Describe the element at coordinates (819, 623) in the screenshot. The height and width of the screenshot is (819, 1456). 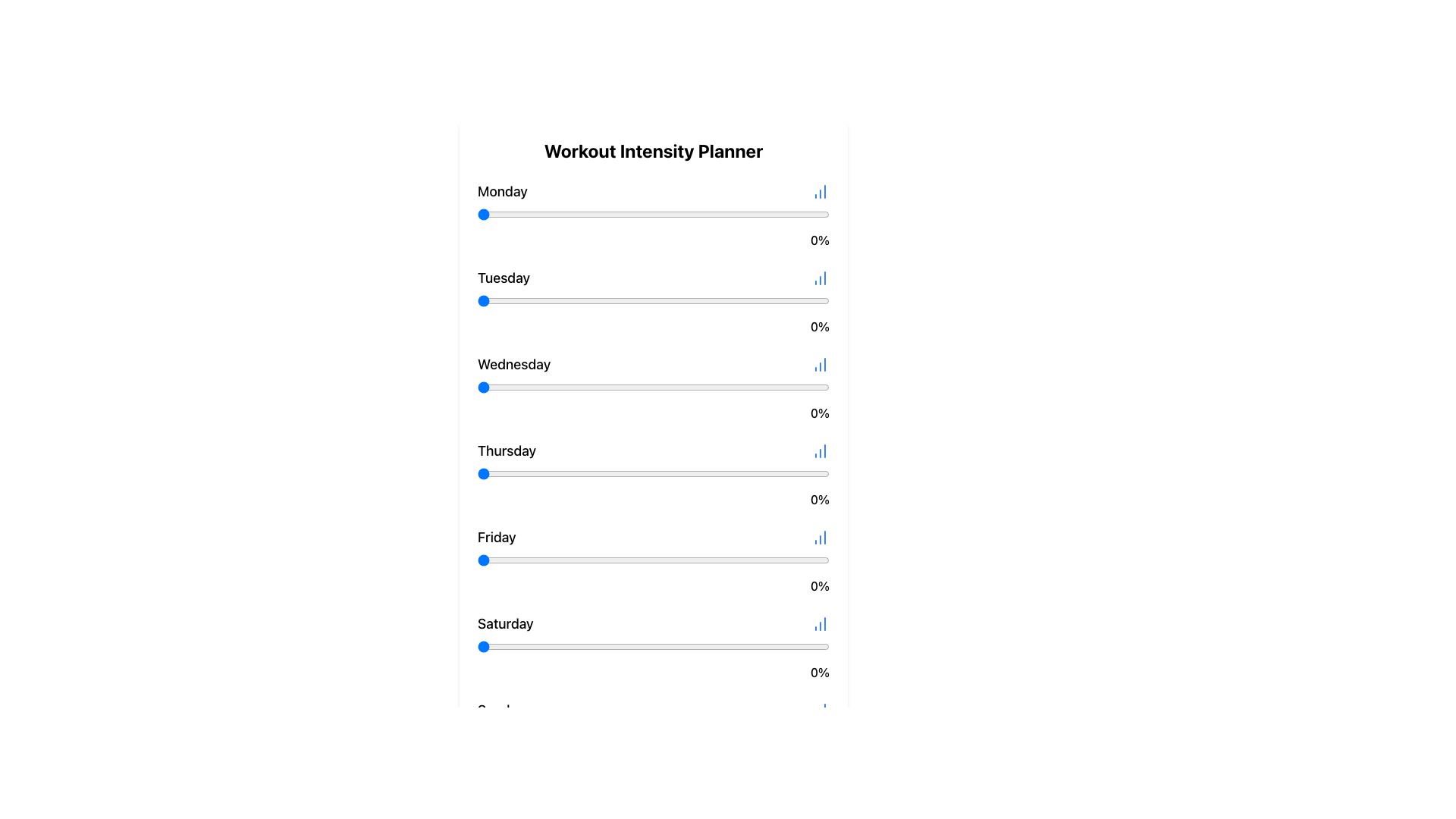
I see `the icon representing activity or progress for 'Saturday' in the 'Workout Intensity Planner' interface, located to the right of the 'Saturday' text` at that location.